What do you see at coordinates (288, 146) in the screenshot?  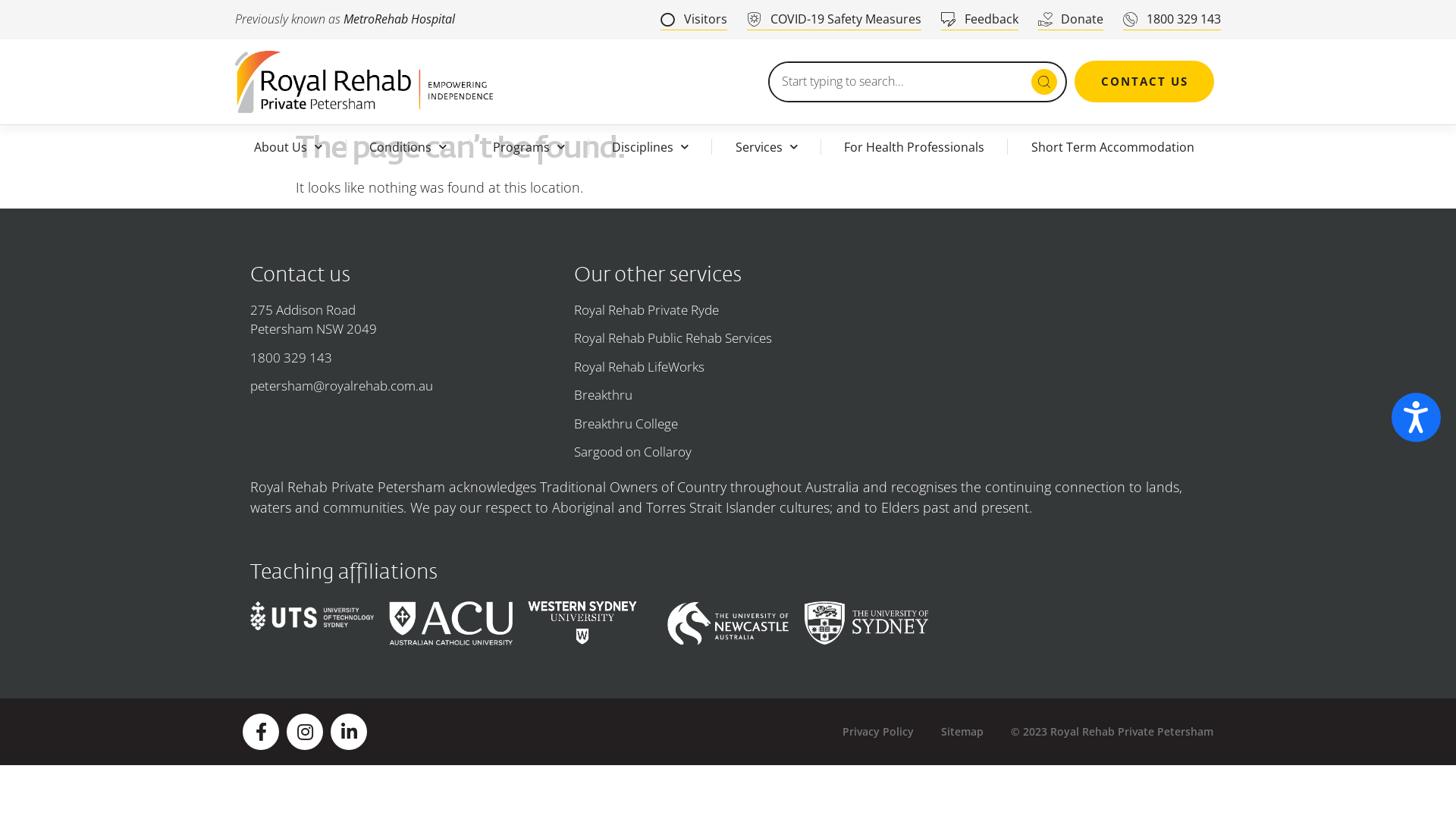 I see `'About Us'` at bounding box center [288, 146].